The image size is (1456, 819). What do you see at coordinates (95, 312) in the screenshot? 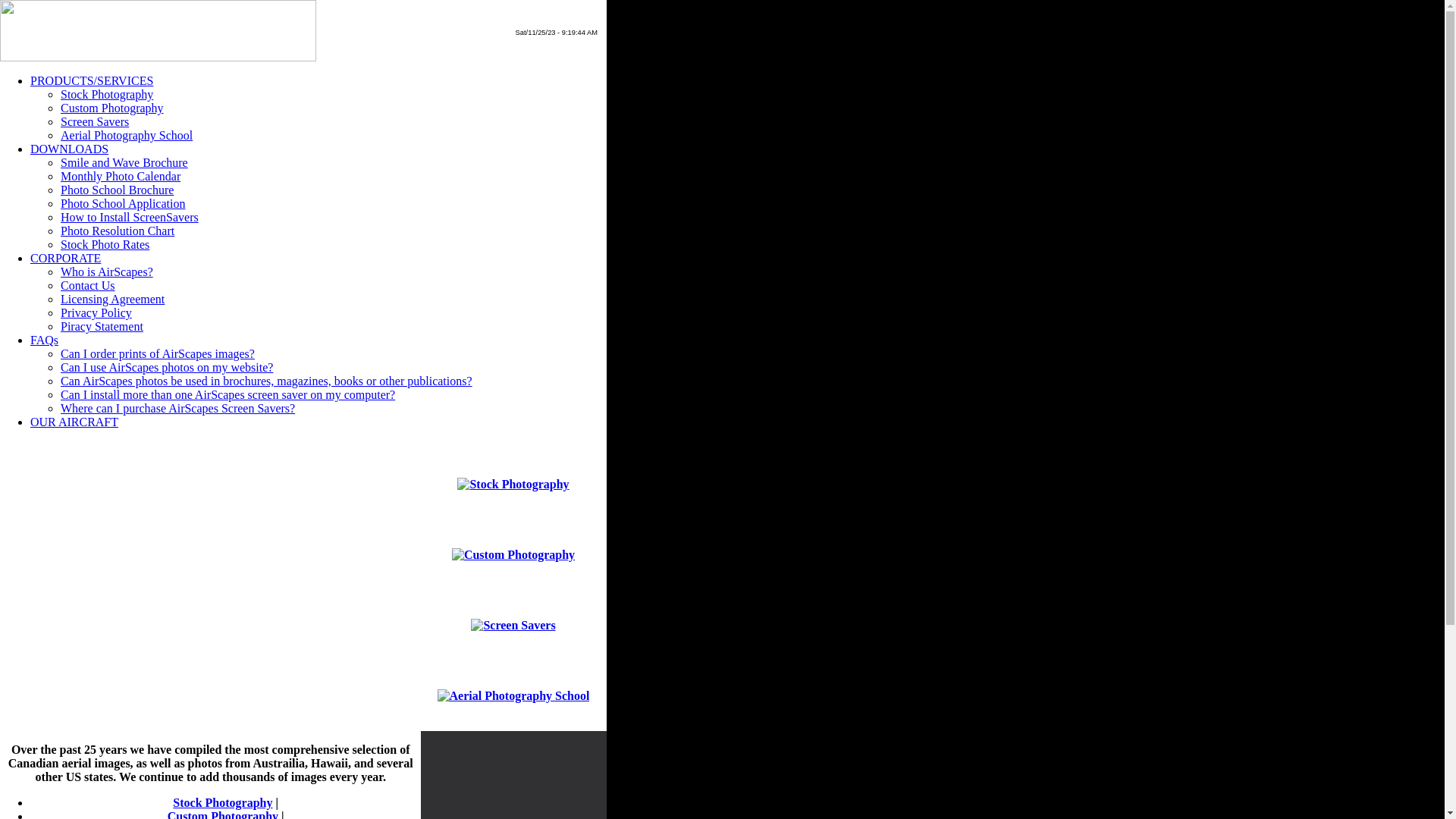
I see `'Privacy Policy'` at bounding box center [95, 312].